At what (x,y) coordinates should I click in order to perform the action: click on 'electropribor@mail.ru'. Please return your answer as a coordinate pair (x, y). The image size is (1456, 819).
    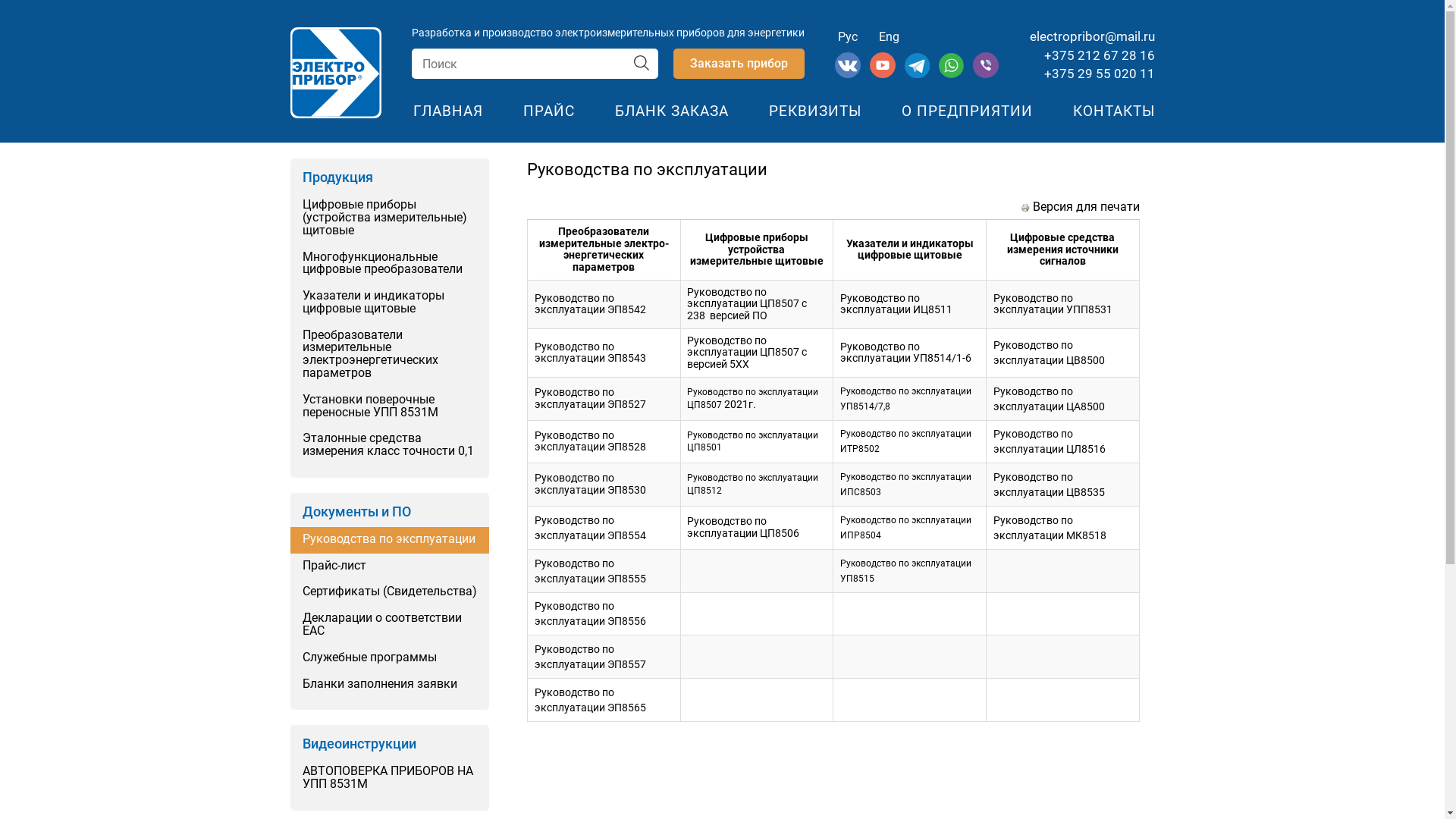
    Looking at the image, I should click on (1092, 35).